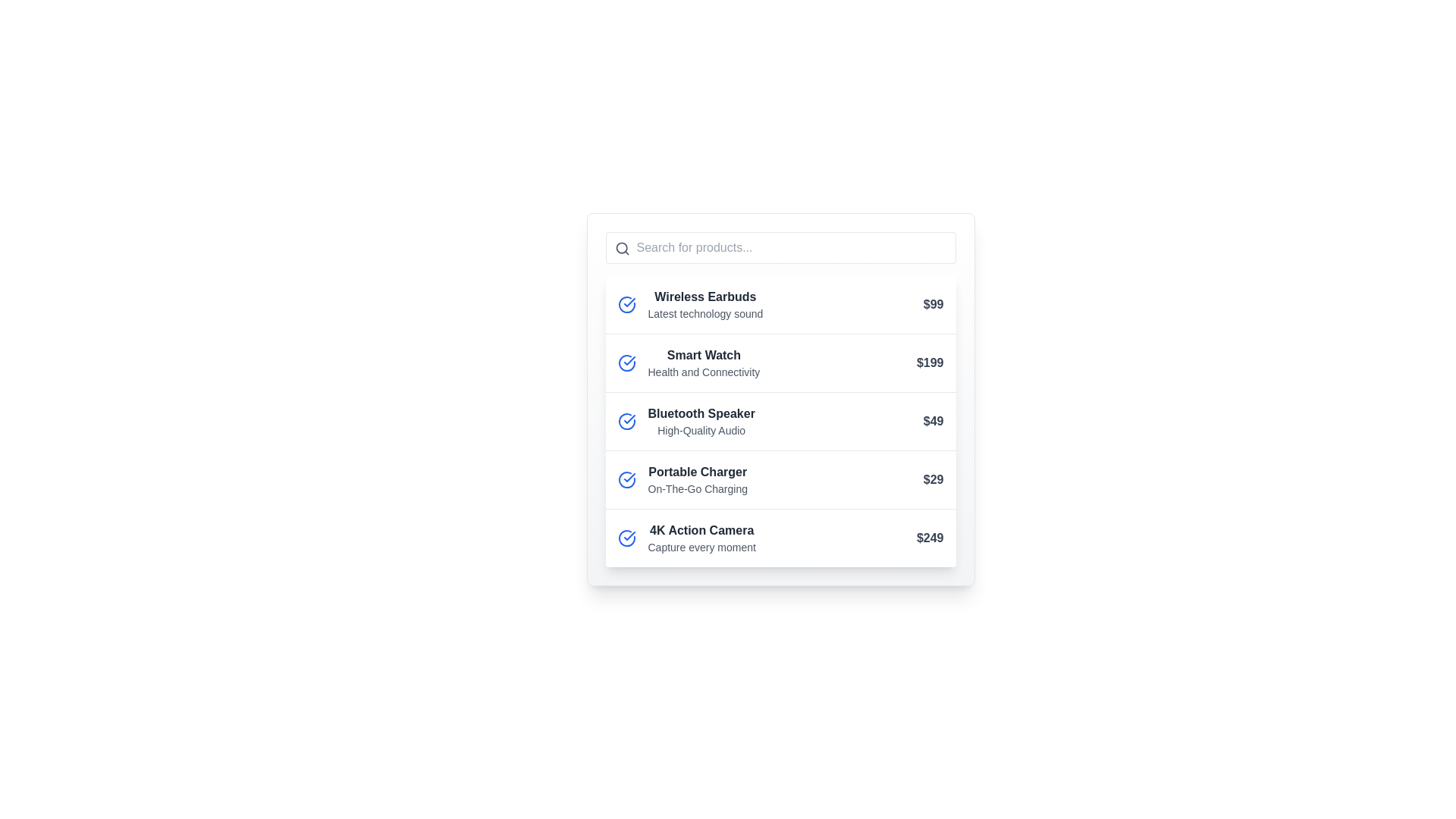 The height and width of the screenshot is (819, 1456). Describe the element at coordinates (626, 362) in the screenshot. I see `the blue circular checkmark icon located to the left of the product title 'Smart Watch - Health and Connectivity - $199' to possibly trigger a tooltip or visual change` at that location.